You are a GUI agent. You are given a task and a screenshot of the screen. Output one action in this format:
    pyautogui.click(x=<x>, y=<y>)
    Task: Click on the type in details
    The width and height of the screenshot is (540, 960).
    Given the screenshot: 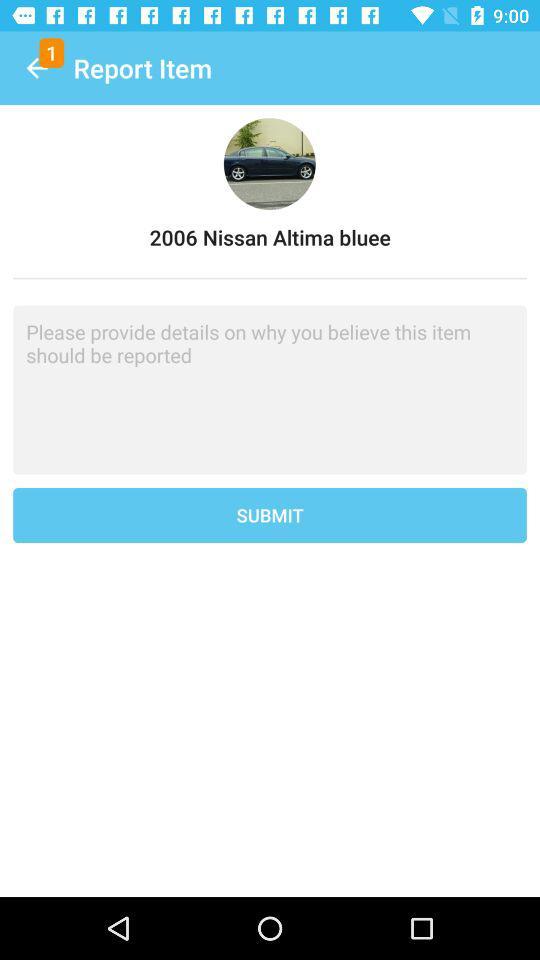 What is the action you would take?
    pyautogui.click(x=270, y=389)
    